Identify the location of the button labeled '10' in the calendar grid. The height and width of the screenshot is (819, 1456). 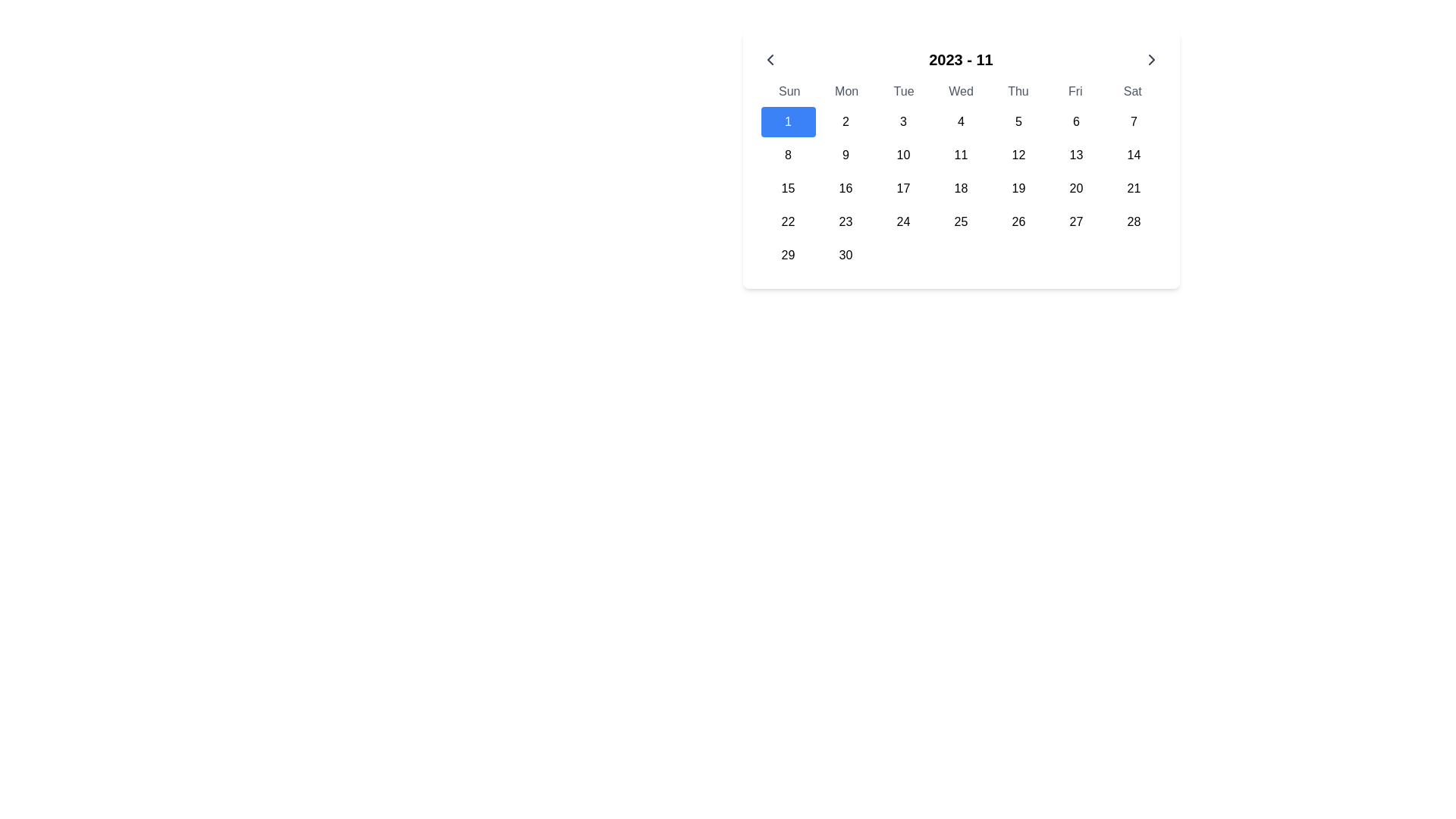
(903, 155).